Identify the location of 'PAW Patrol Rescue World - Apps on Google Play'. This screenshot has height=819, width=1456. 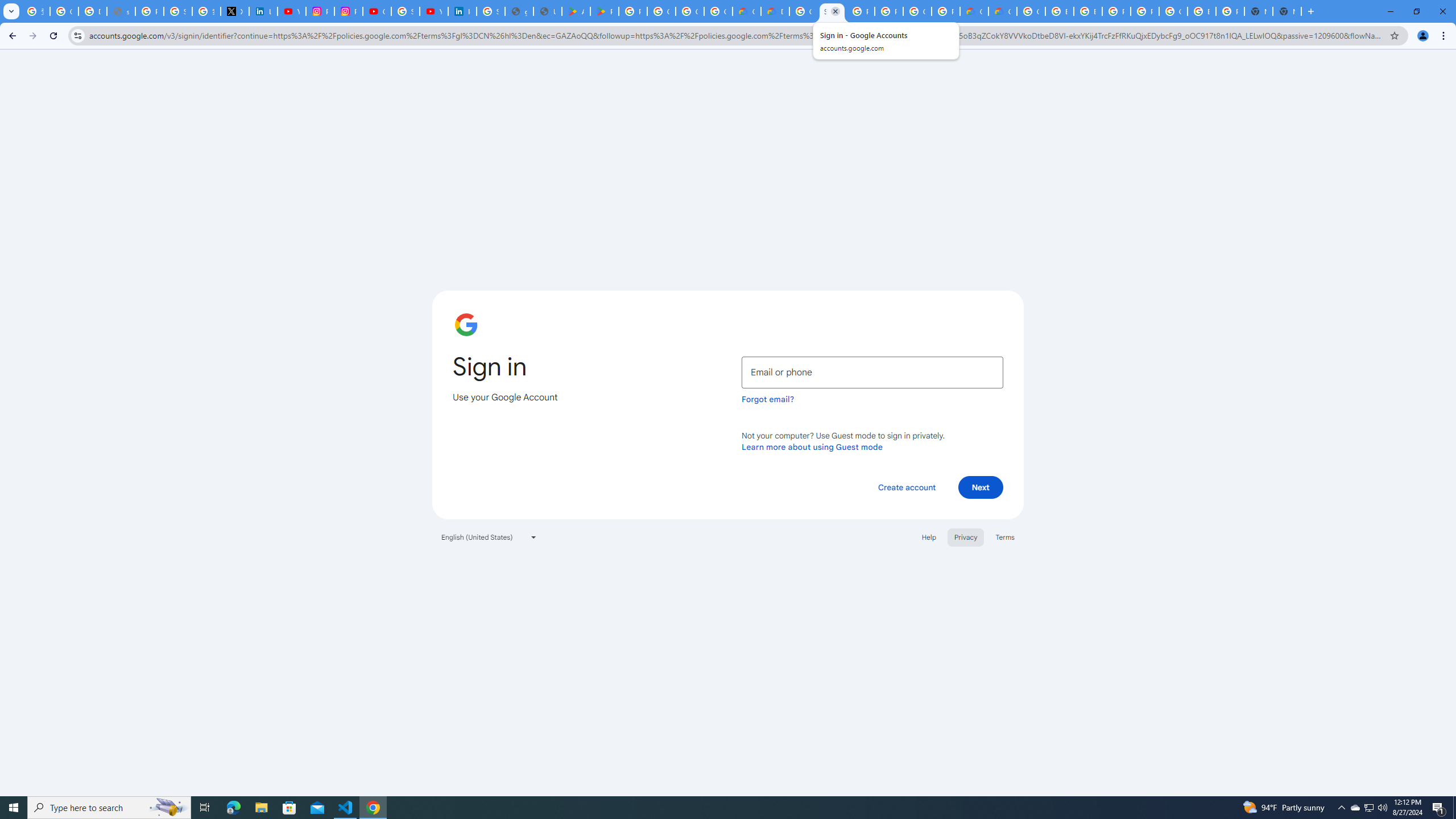
(605, 11).